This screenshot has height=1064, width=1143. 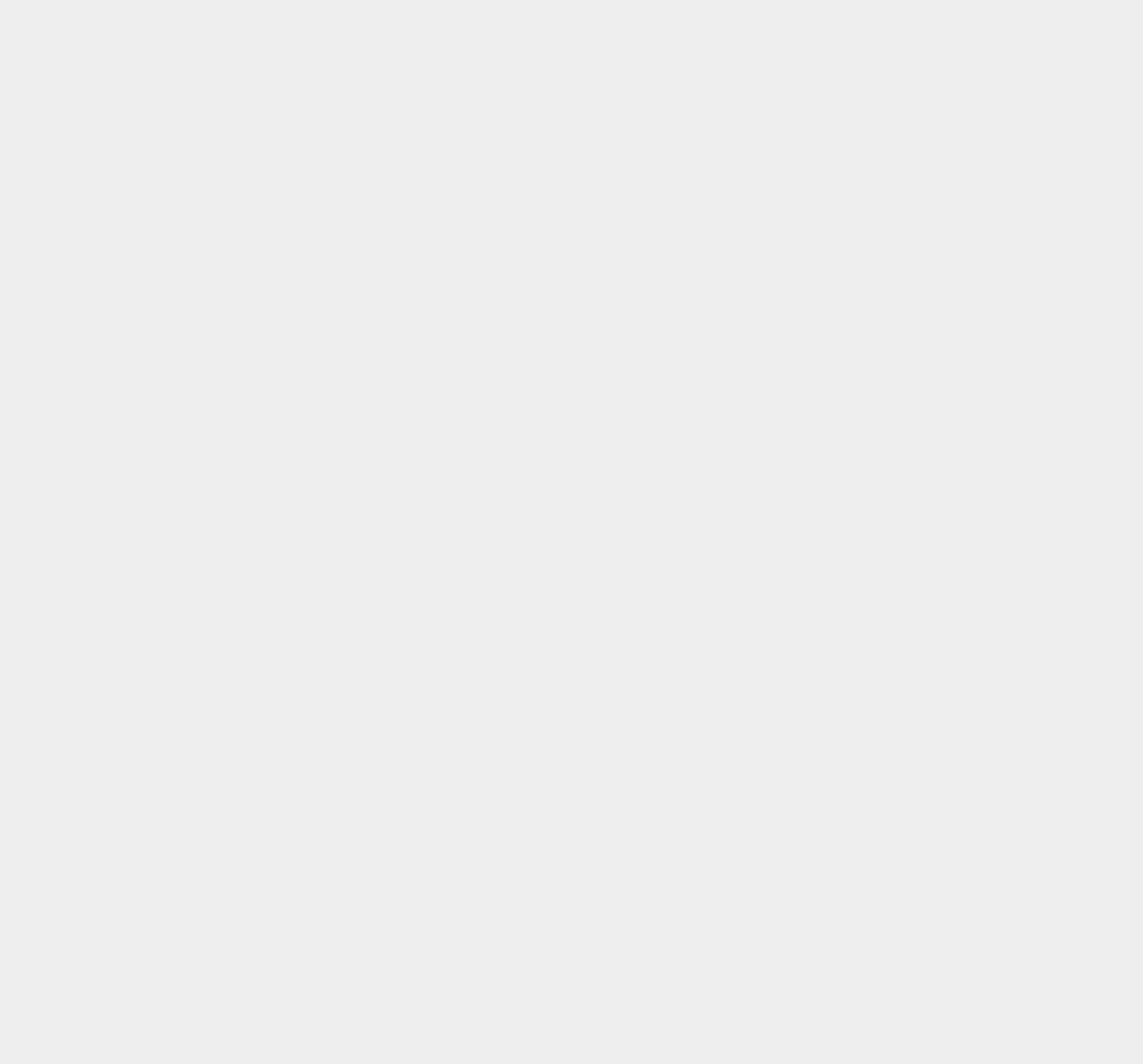 What do you see at coordinates (846, 720) in the screenshot?
I see `'Nokia Lumia'` at bounding box center [846, 720].